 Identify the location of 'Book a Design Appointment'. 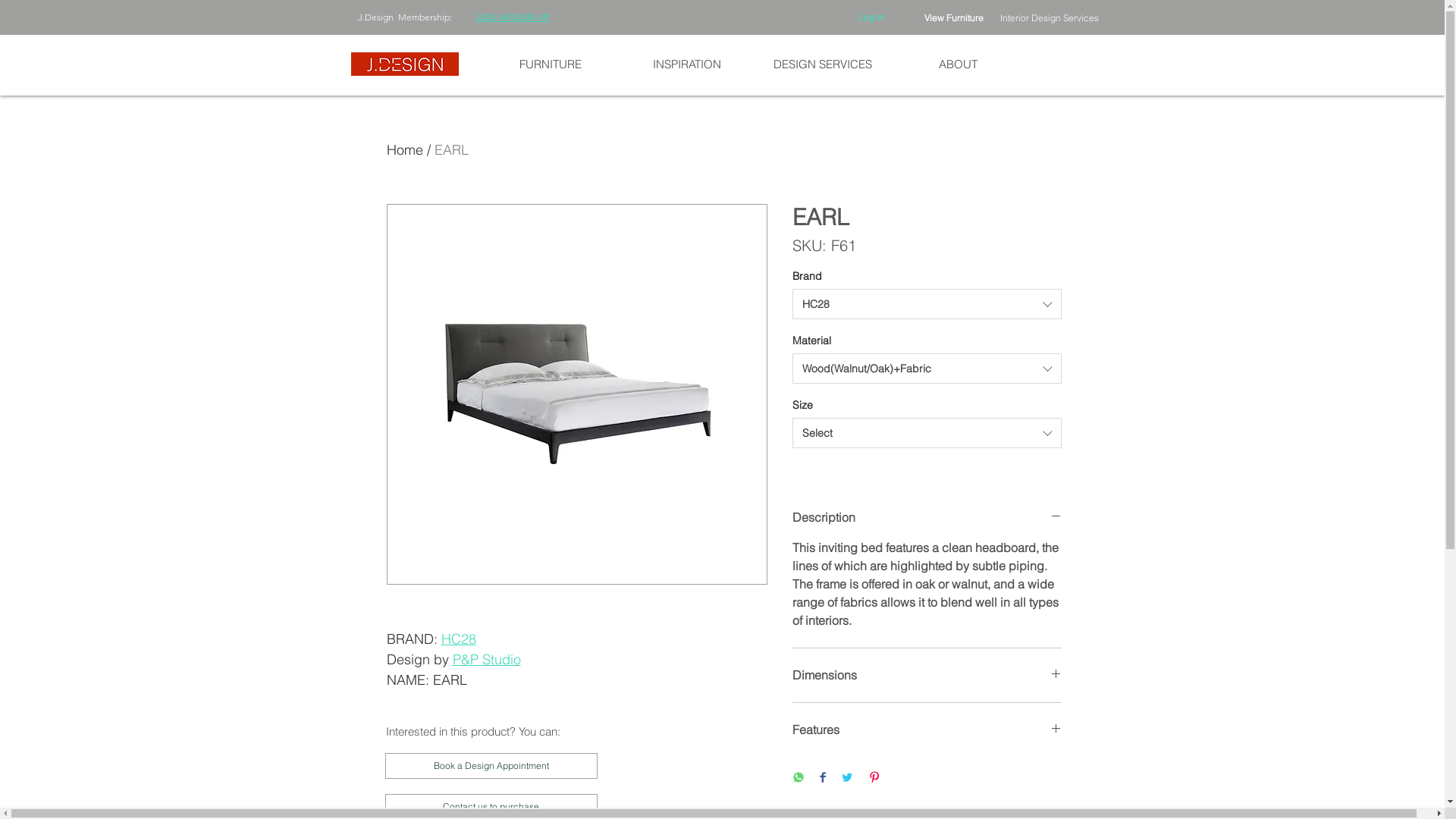
(491, 766).